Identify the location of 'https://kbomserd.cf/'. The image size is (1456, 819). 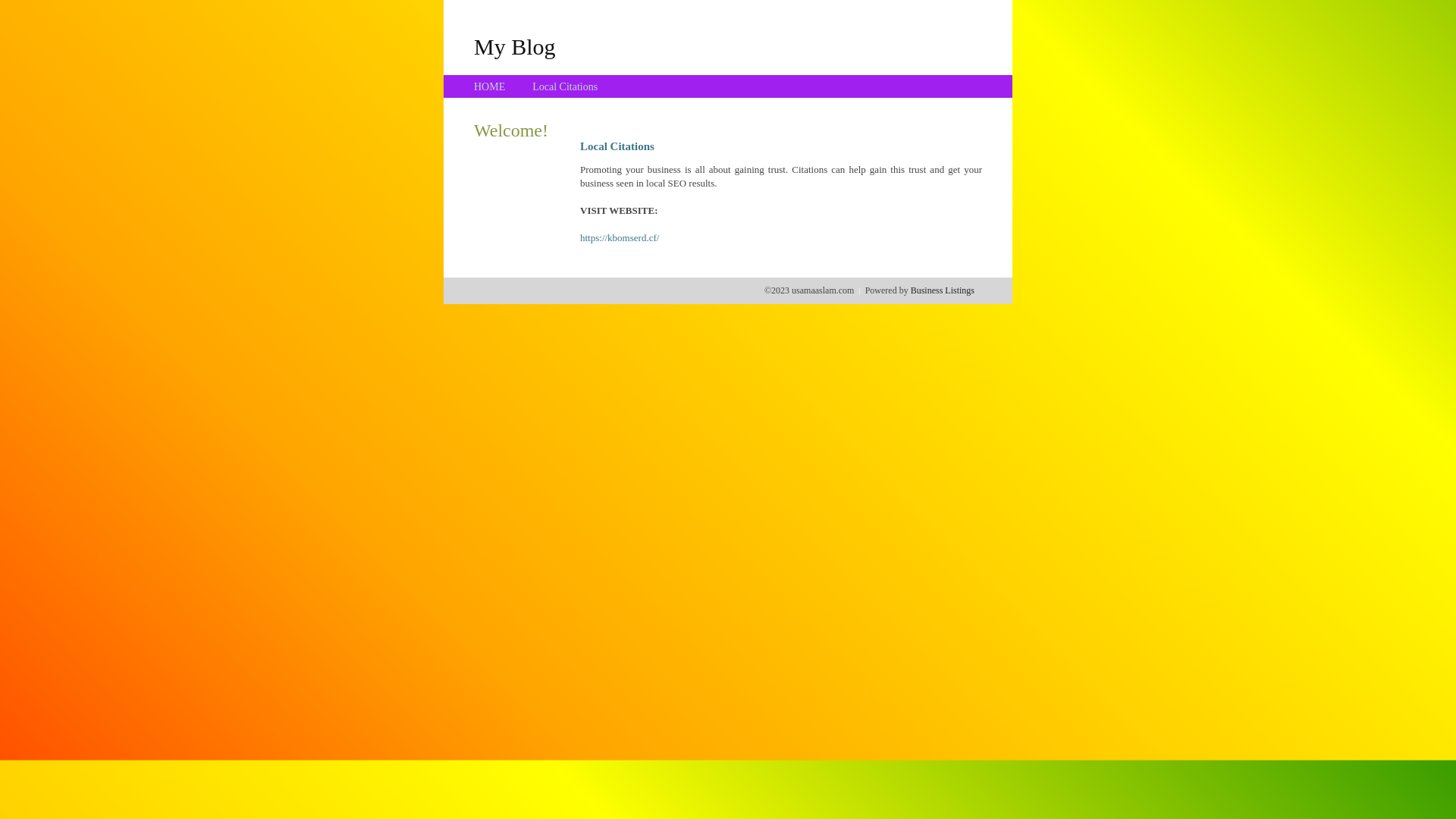
(619, 237).